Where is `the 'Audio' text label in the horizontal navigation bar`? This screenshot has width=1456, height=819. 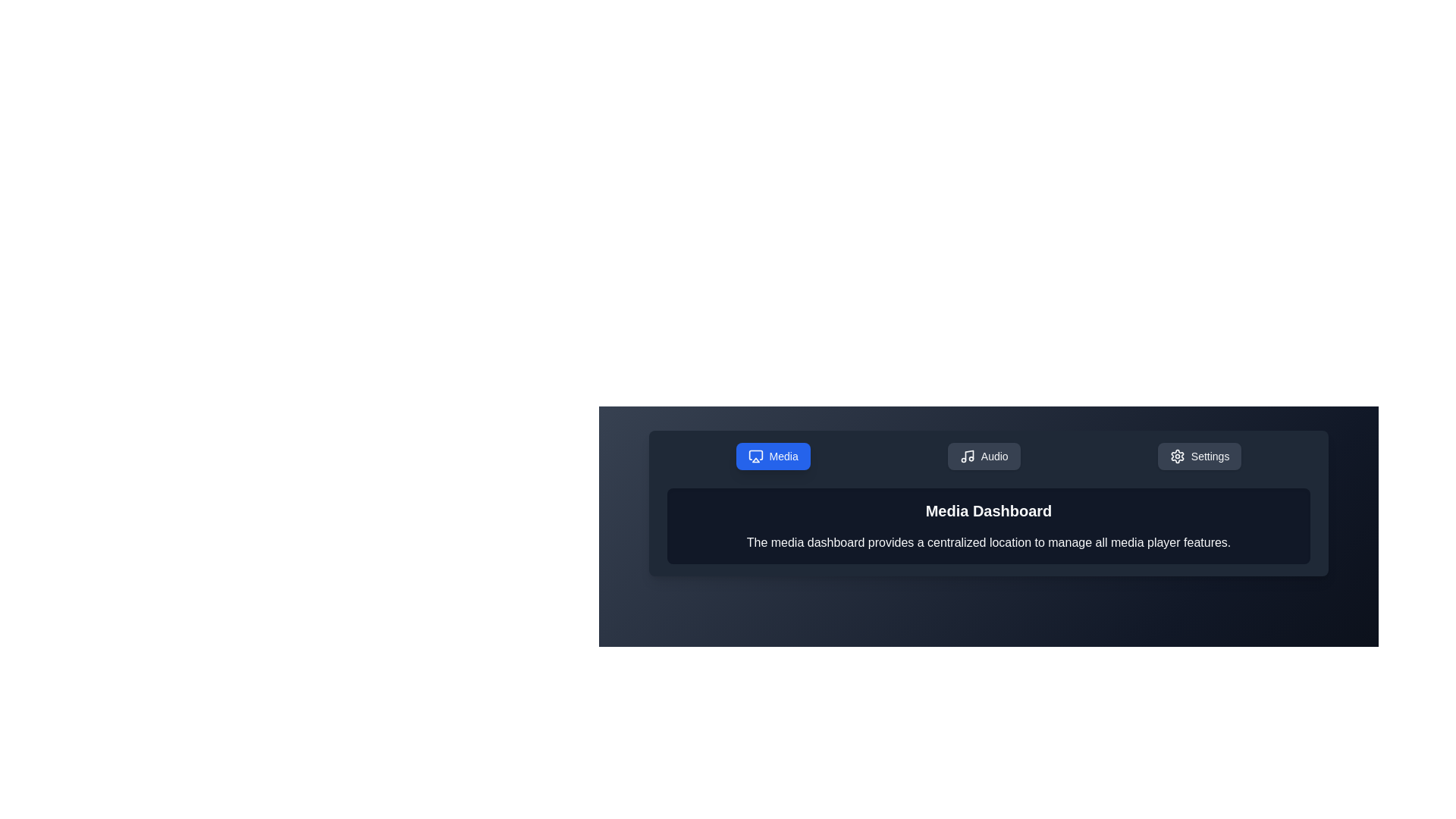 the 'Audio' text label in the horizontal navigation bar is located at coordinates (994, 455).